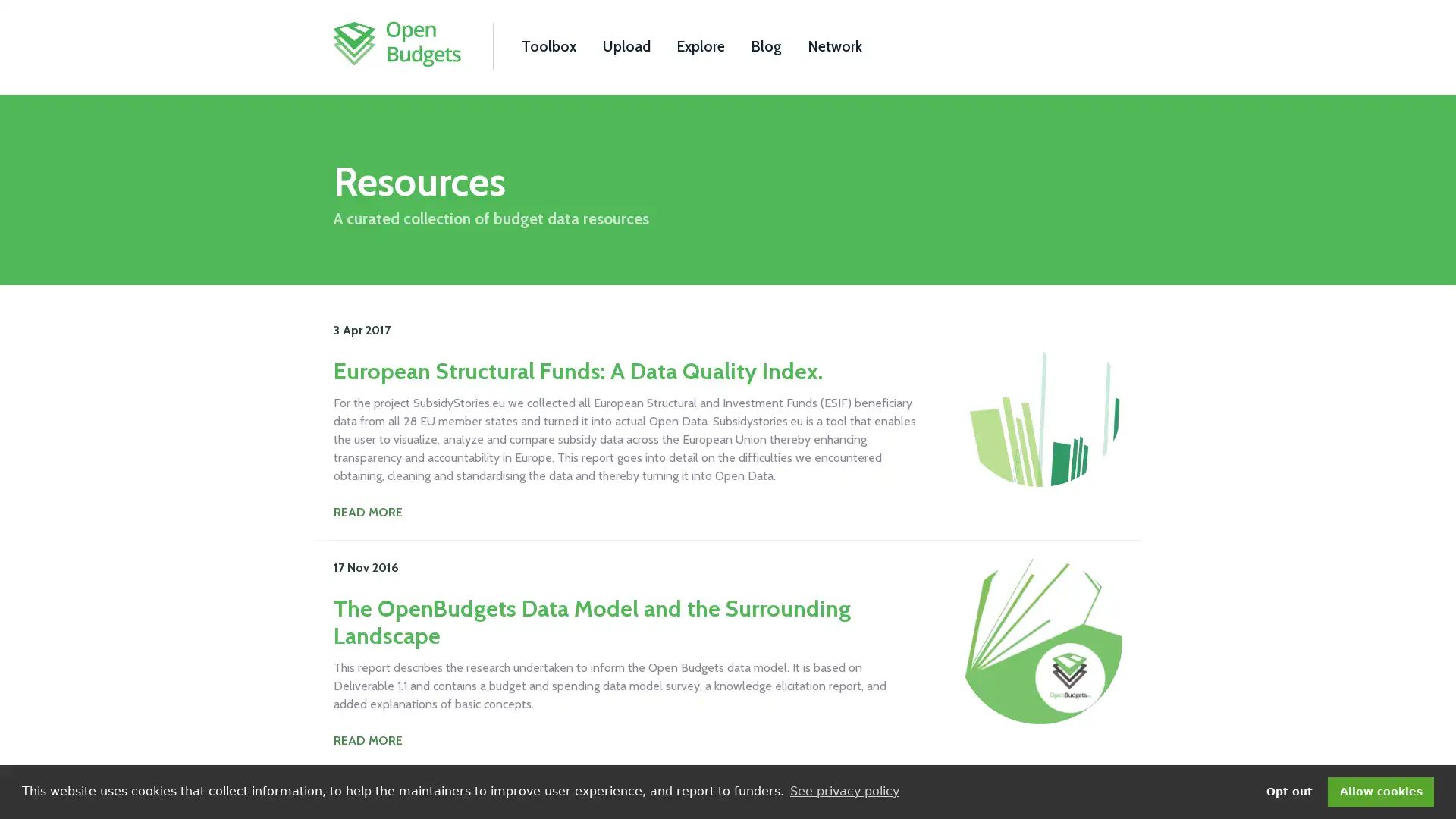 This screenshot has width=1456, height=819. Describe the element at coordinates (1288, 791) in the screenshot. I see `deny cookies` at that location.